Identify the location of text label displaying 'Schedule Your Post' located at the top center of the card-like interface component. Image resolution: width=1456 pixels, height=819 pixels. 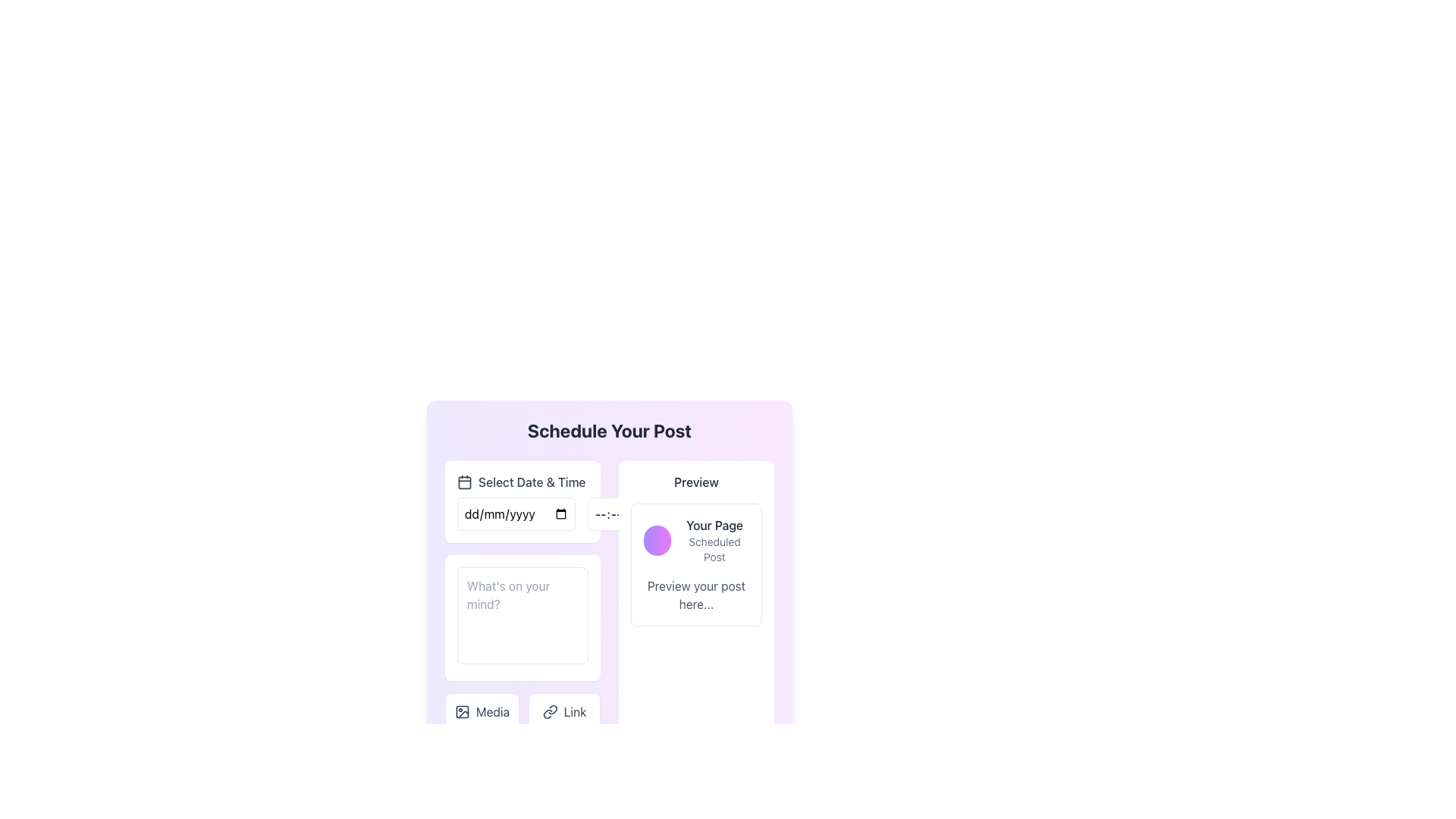
(610, 430).